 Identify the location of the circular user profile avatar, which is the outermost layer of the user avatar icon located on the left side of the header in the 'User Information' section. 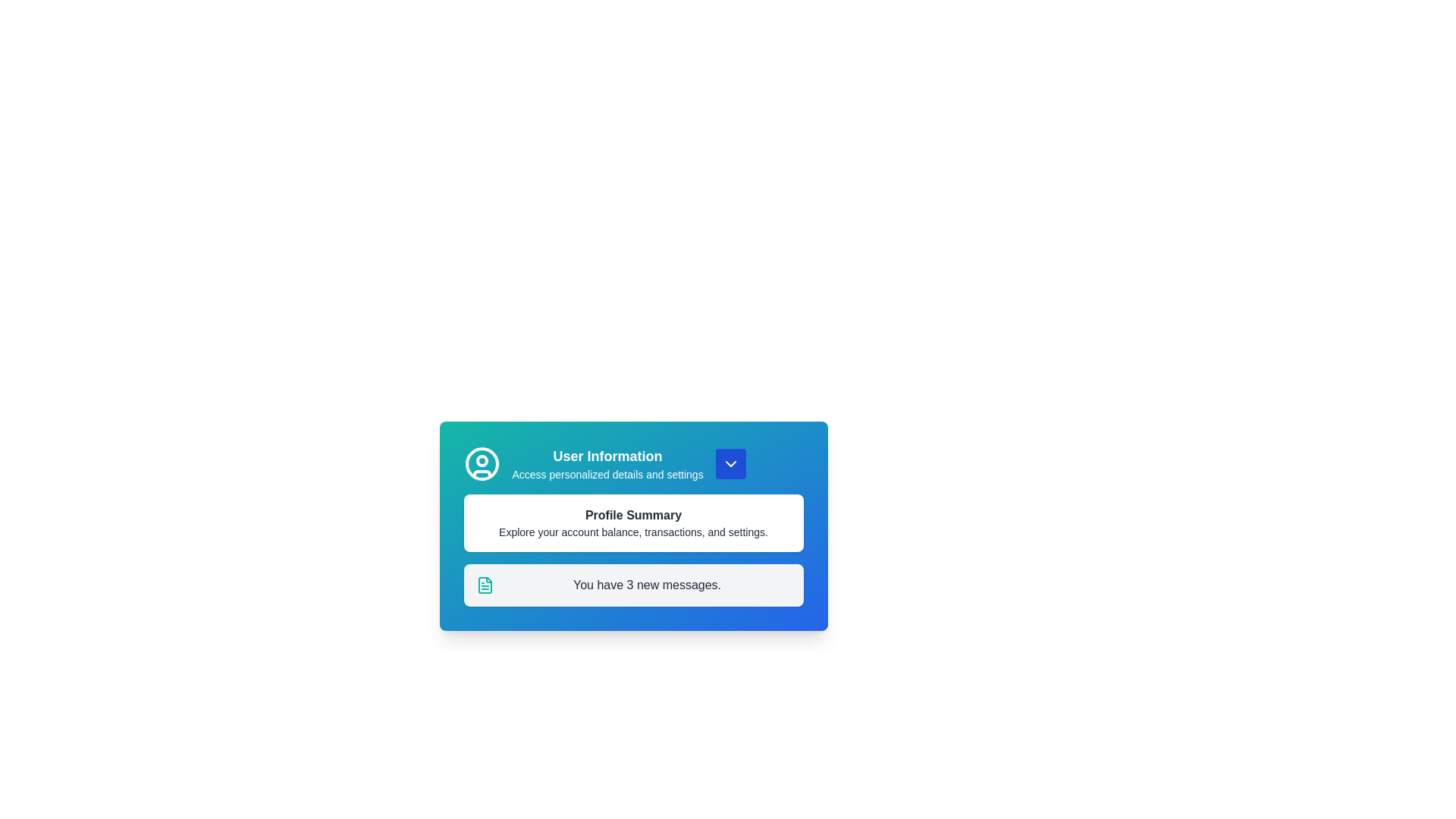
(481, 463).